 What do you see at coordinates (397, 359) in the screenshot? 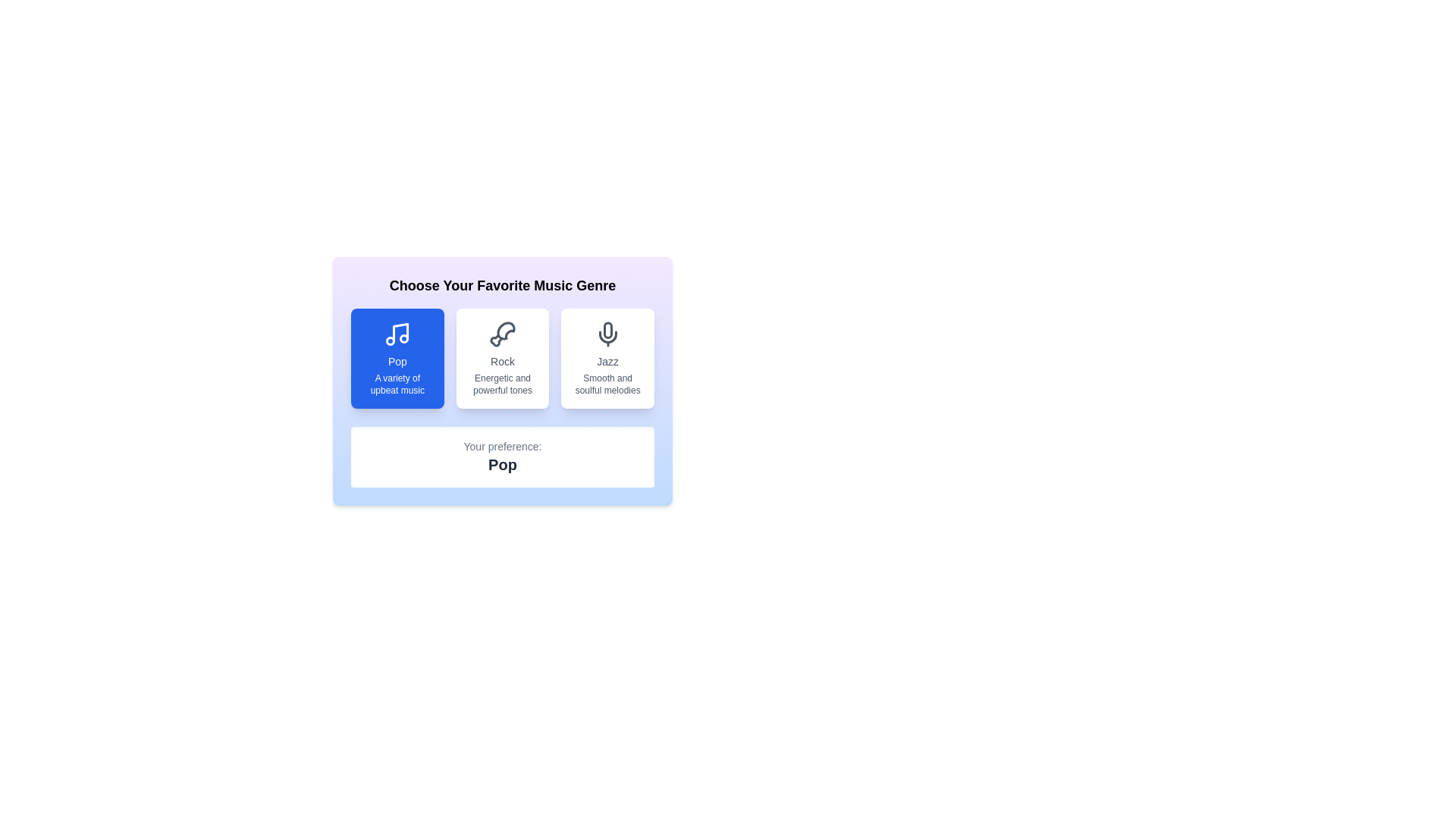
I see `the music genre Pop by clicking the corresponding button` at bounding box center [397, 359].